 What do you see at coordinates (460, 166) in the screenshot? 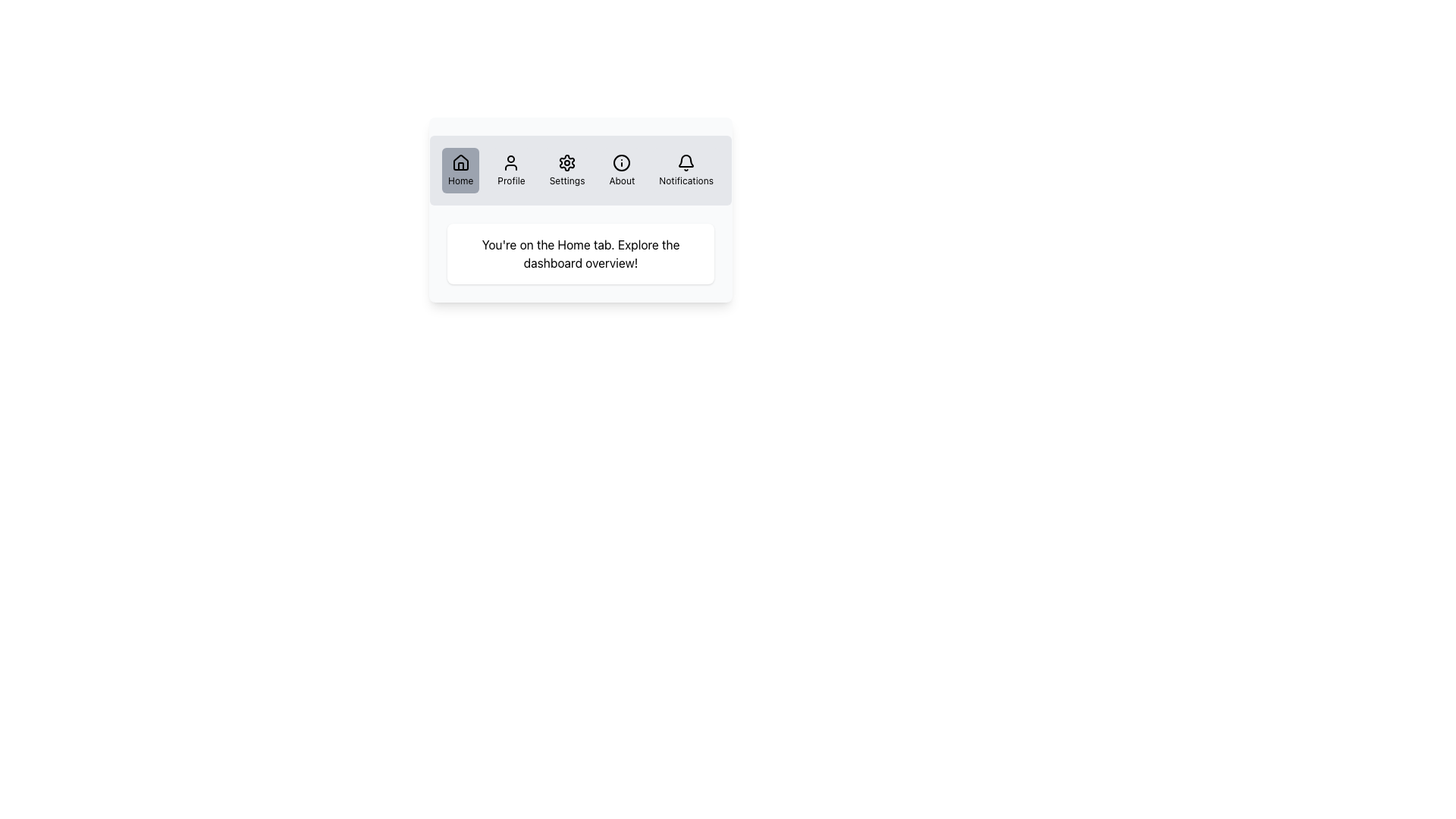
I see `the rectangular door section of the house-shaped icon in the navigation menu, which is located at the leftmost section of the top navigation bar, above the label 'Home'` at bounding box center [460, 166].